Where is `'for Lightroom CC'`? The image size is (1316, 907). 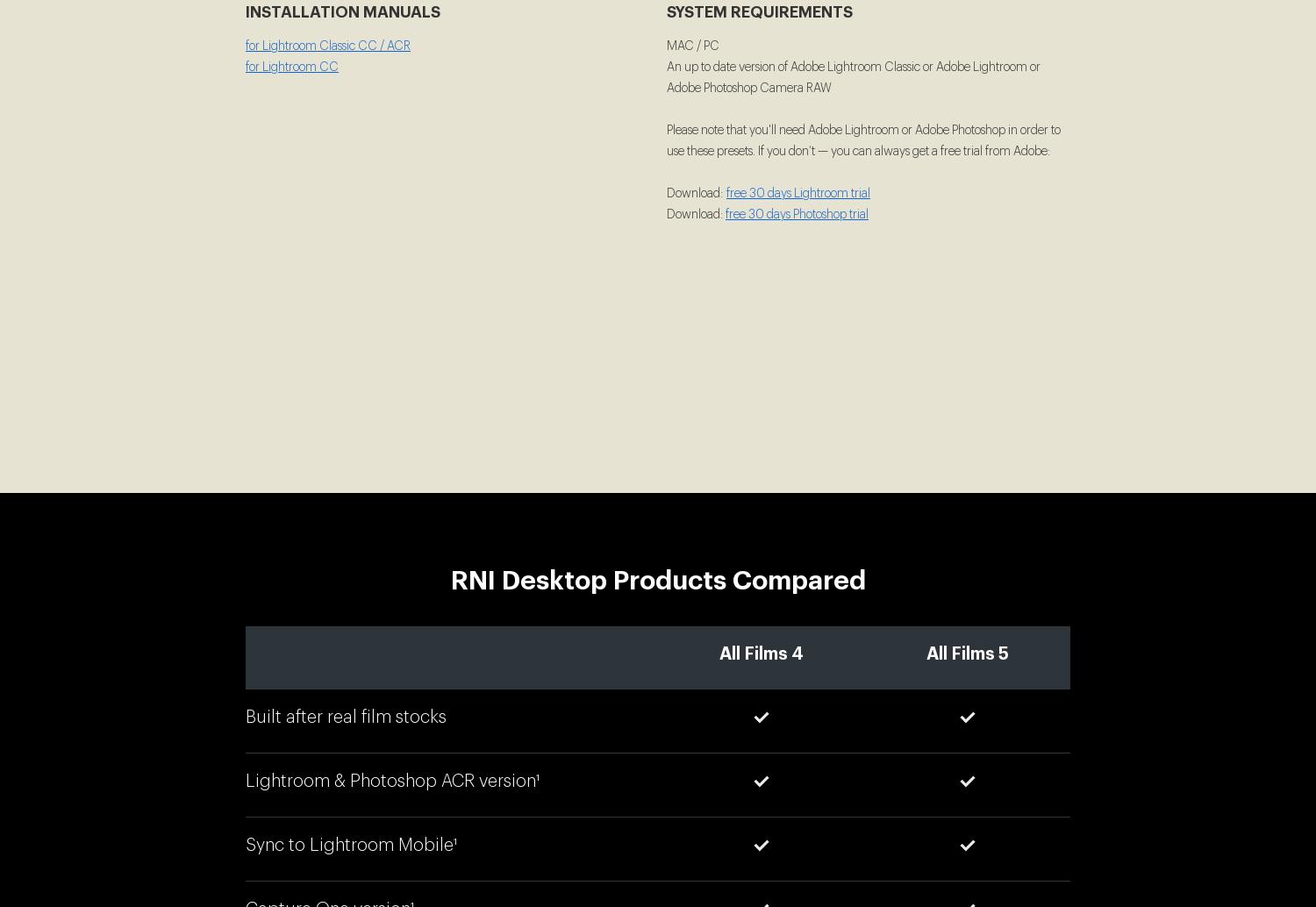 'for Lightroom CC' is located at coordinates (291, 68).